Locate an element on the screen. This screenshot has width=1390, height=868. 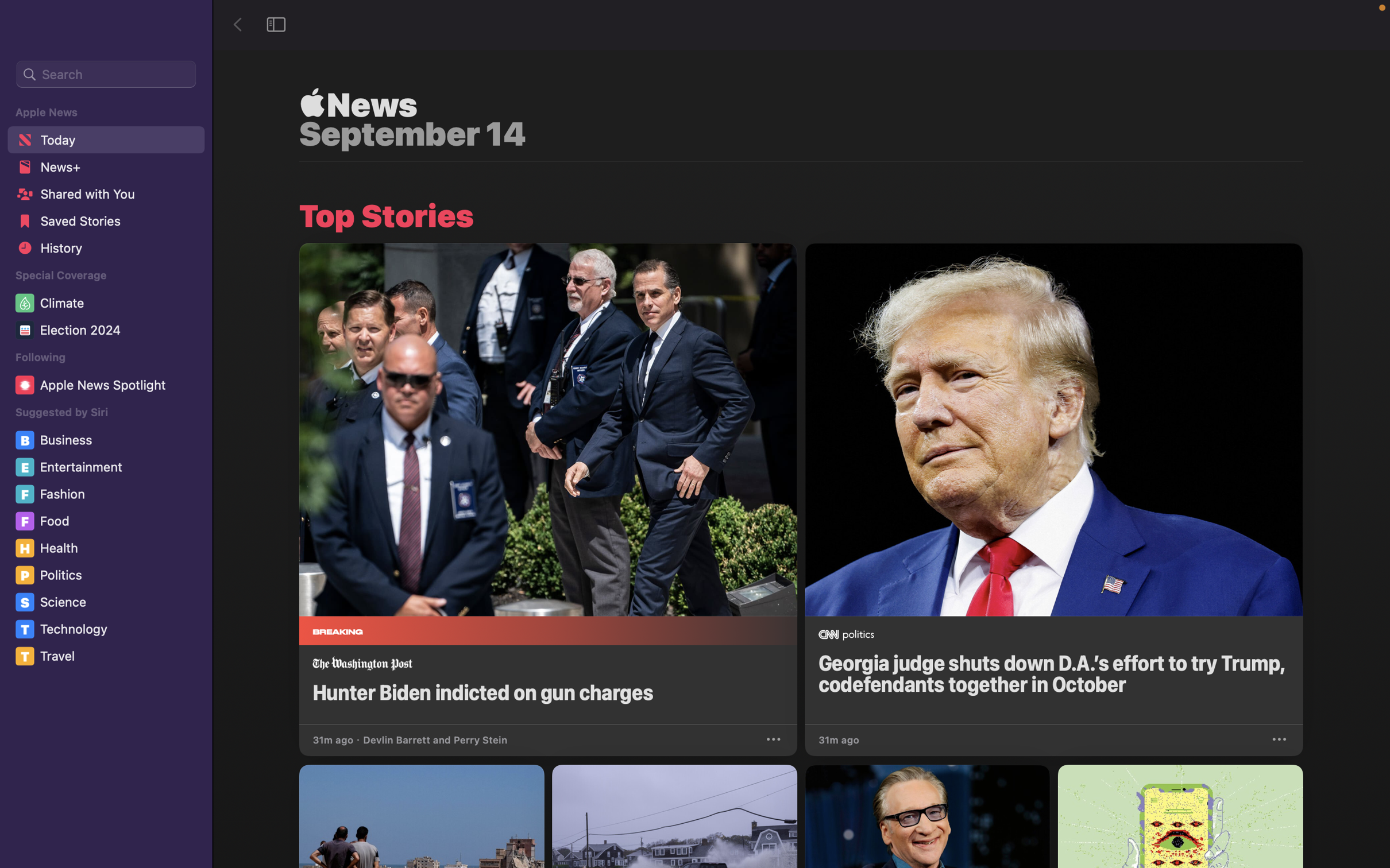
Move to the "Technology" segment is located at coordinates (107, 629).